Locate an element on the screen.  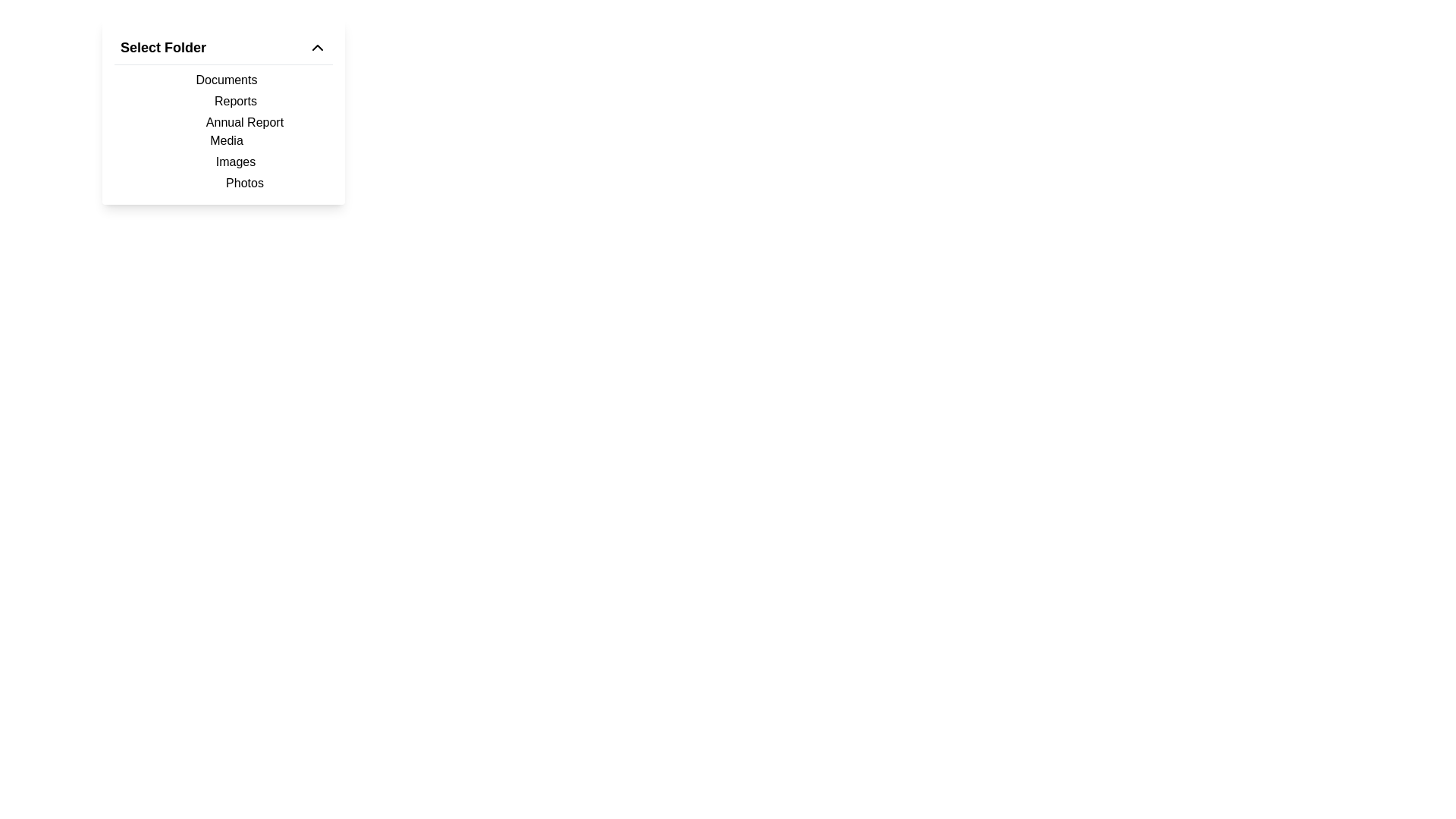
the 'Media' list item in the dropdown menu under 'Select Folder' for a visual response is located at coordinates (225, 140).